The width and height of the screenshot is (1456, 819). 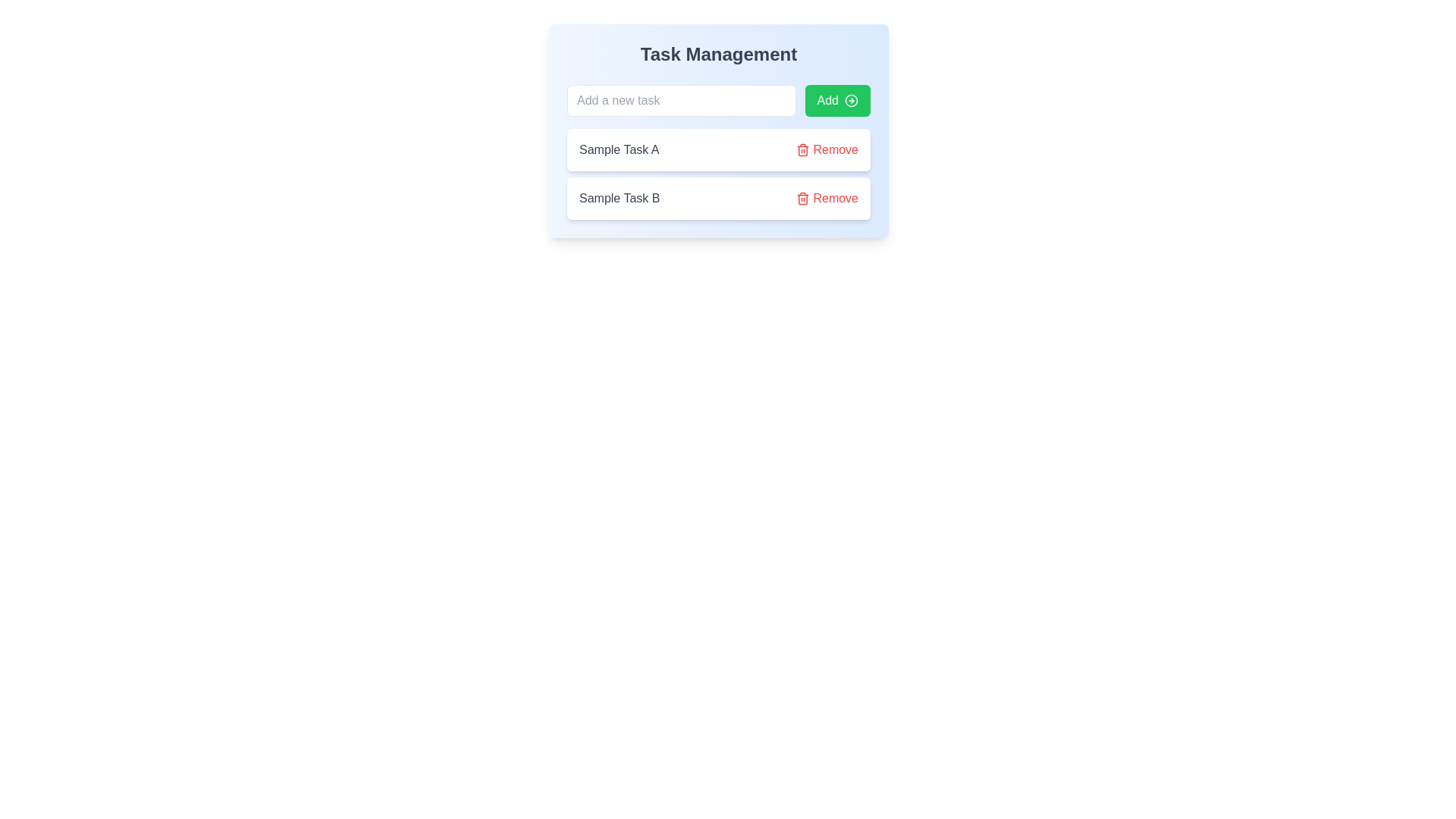 I want to click on the small icon inside the green button labeled 'Add', so click(x=852, y=100).